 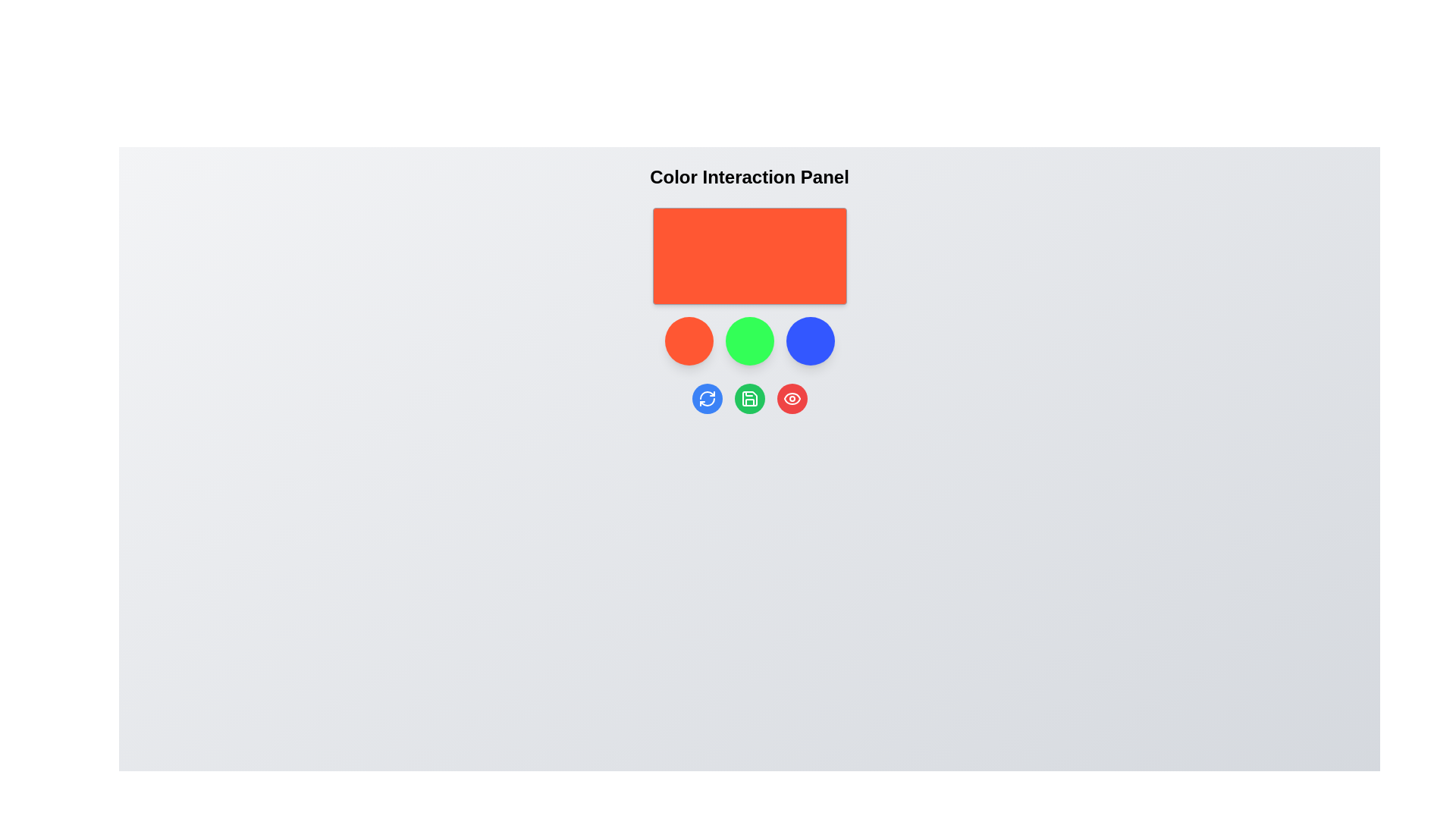 What do you see at coordinates (749, 177) in the screenshot?
I see `the header text displaying 'Color Interaction Panel' which is located at the top center of the interface` at bounding box center [749, 177].